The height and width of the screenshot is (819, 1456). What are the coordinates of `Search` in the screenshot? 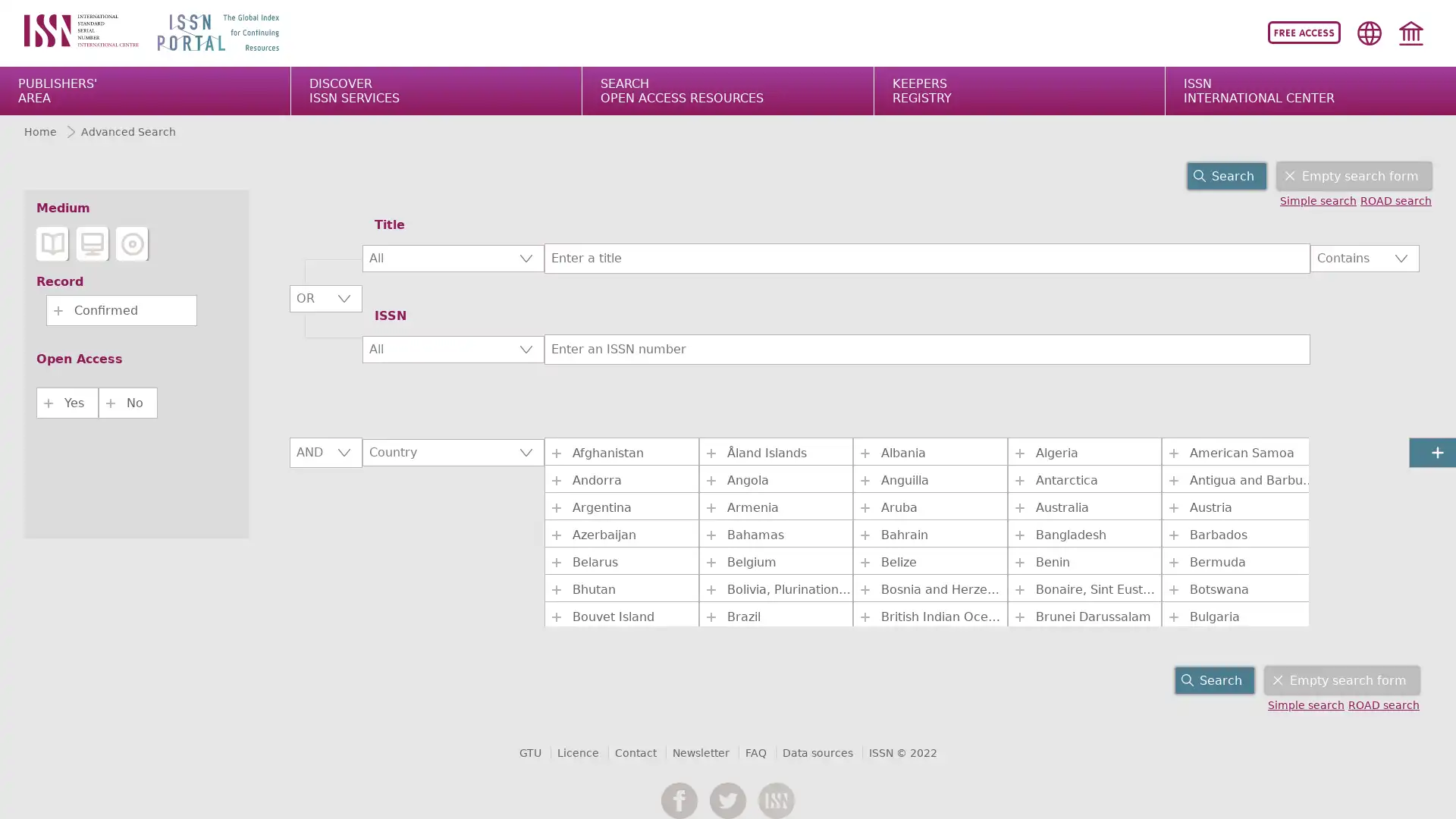 It's located at (1215, 679).